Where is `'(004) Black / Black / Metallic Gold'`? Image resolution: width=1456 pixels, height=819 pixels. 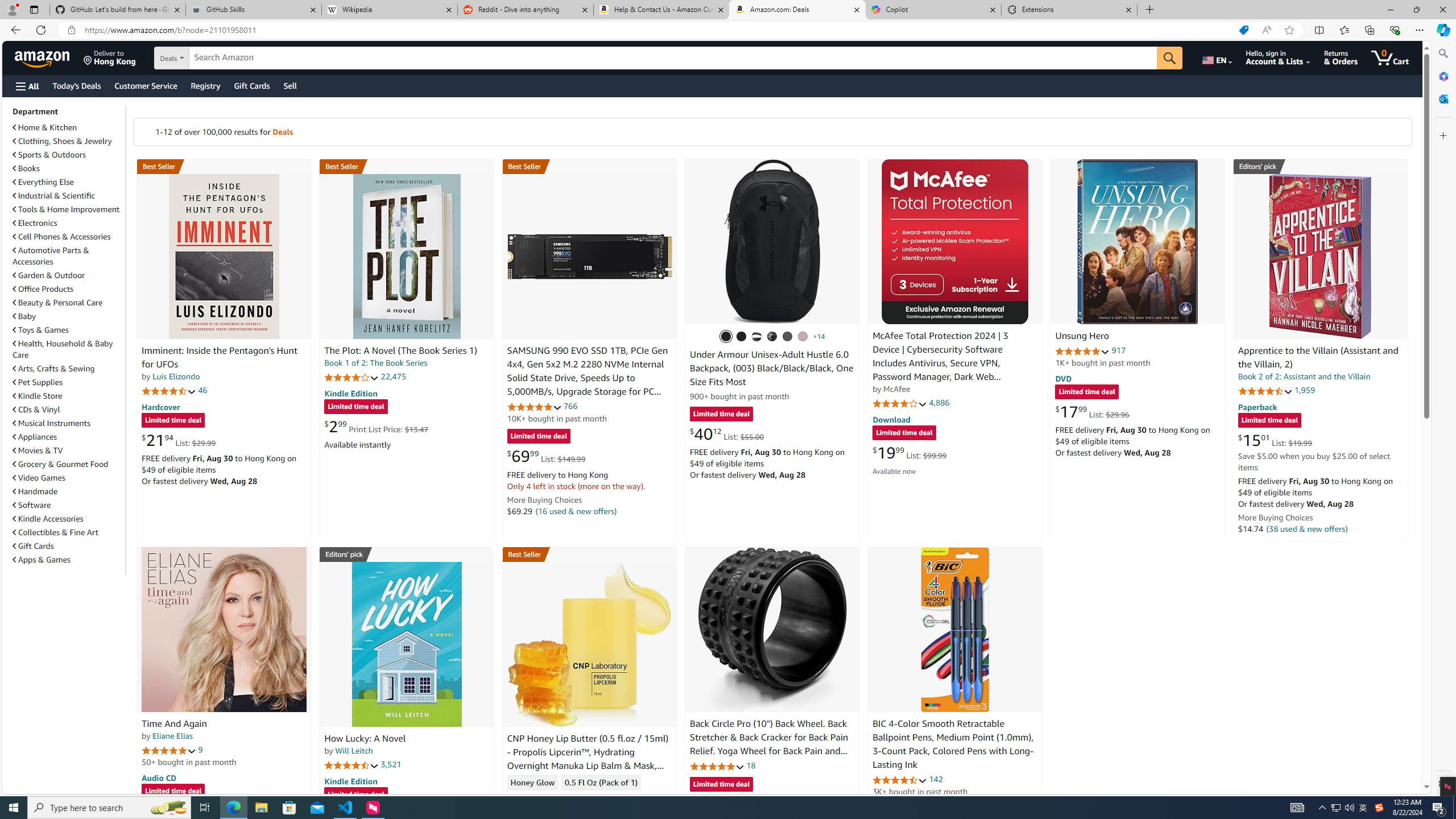 '(004) Black / Black / Metallic Gold' is located at coordinates (772, 336).